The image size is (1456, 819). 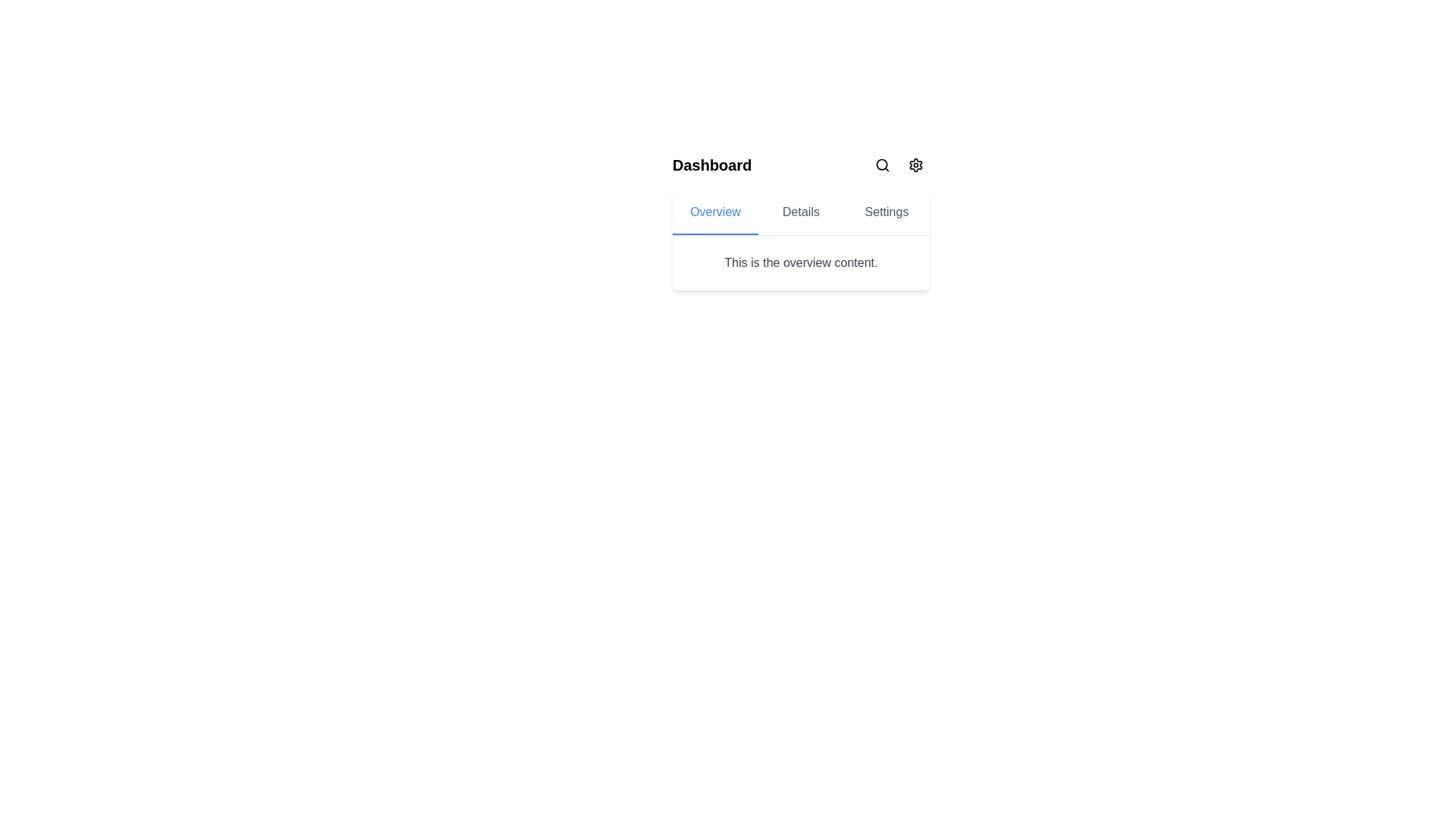 What do you see at coordinates (915, 165) in the screenshot?
I see `the settings icon located at the top-right corner of the interface, adjacent to the search icon` at bounding box center [915, 165].